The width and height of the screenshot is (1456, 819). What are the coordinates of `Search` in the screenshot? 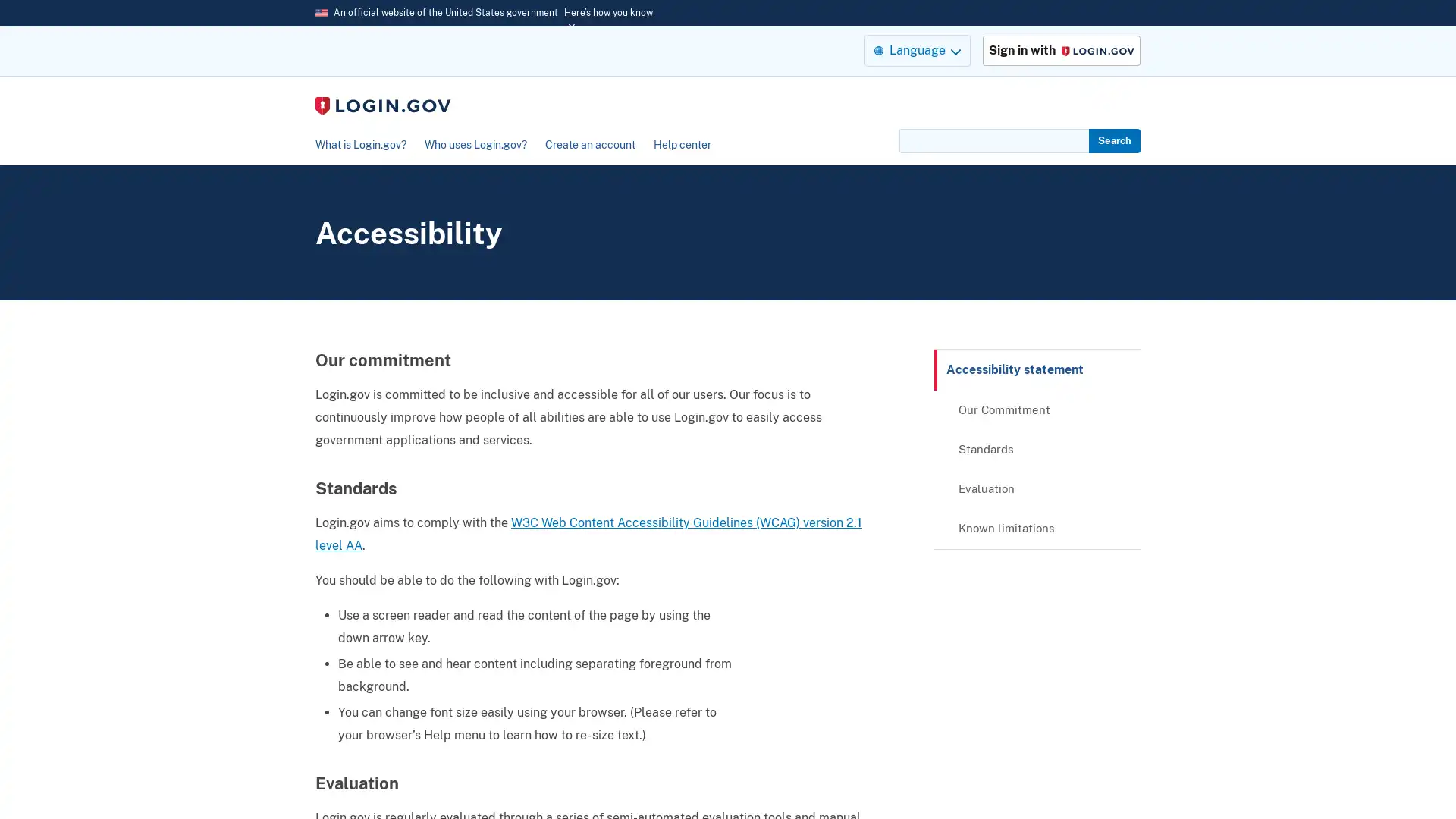 It's located at (1114, 140).